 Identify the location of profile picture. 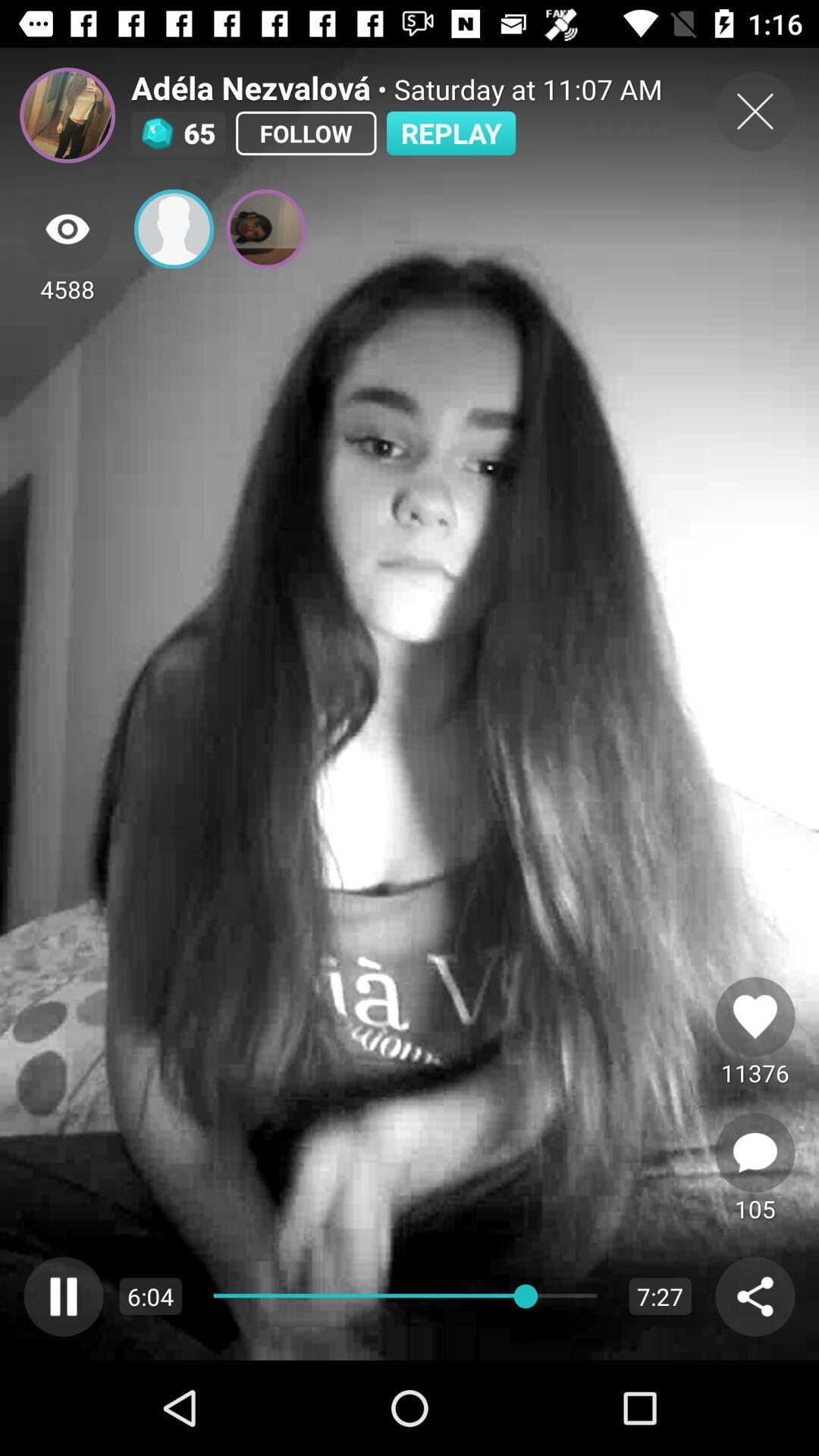
(67, 115).